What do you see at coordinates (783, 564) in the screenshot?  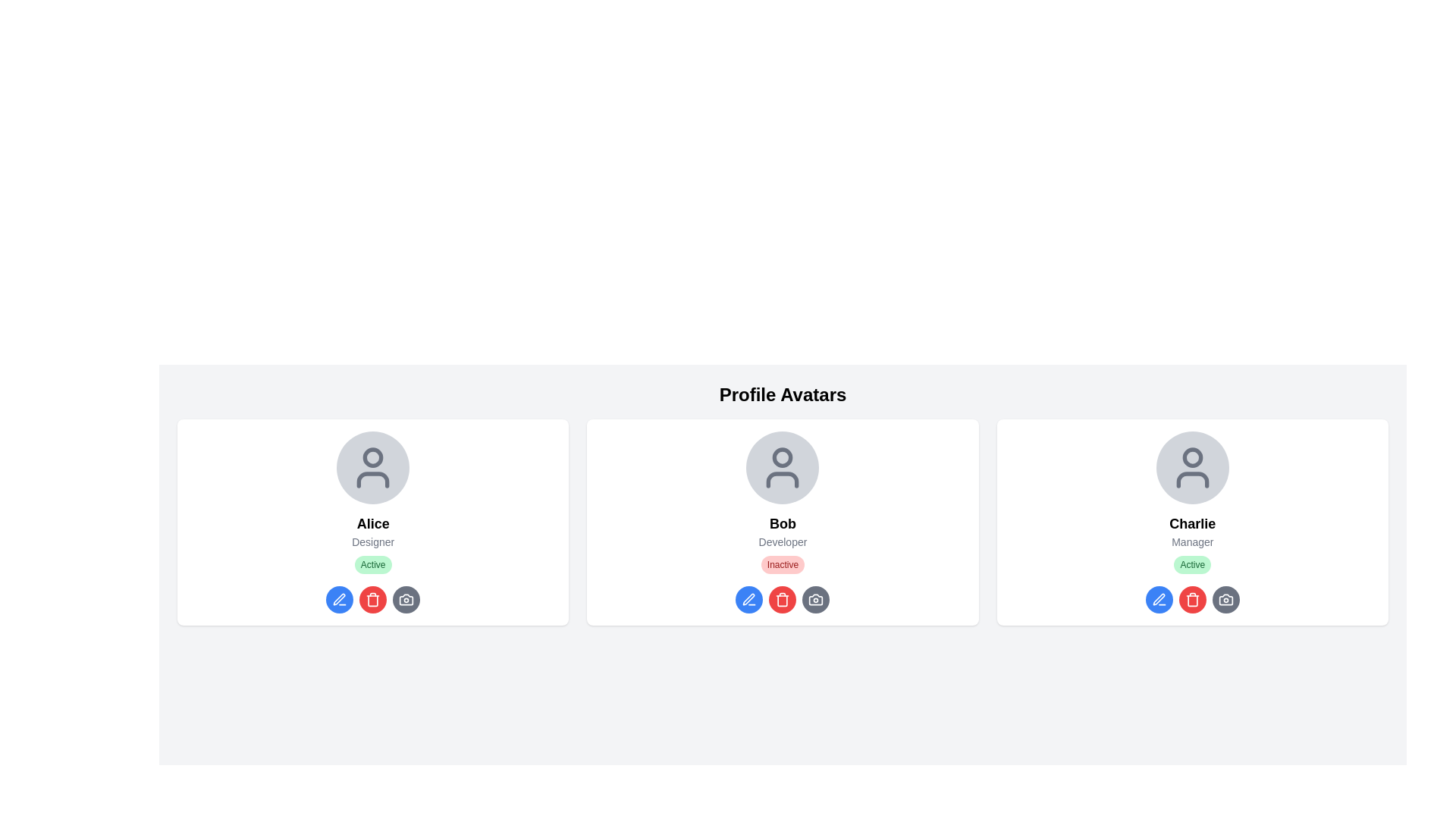 I see `the Status Label indicating the current status of Bob's profile as inactive, which is positioned below the 'Developer' text in the profile card` at bounding box center [783, 564].